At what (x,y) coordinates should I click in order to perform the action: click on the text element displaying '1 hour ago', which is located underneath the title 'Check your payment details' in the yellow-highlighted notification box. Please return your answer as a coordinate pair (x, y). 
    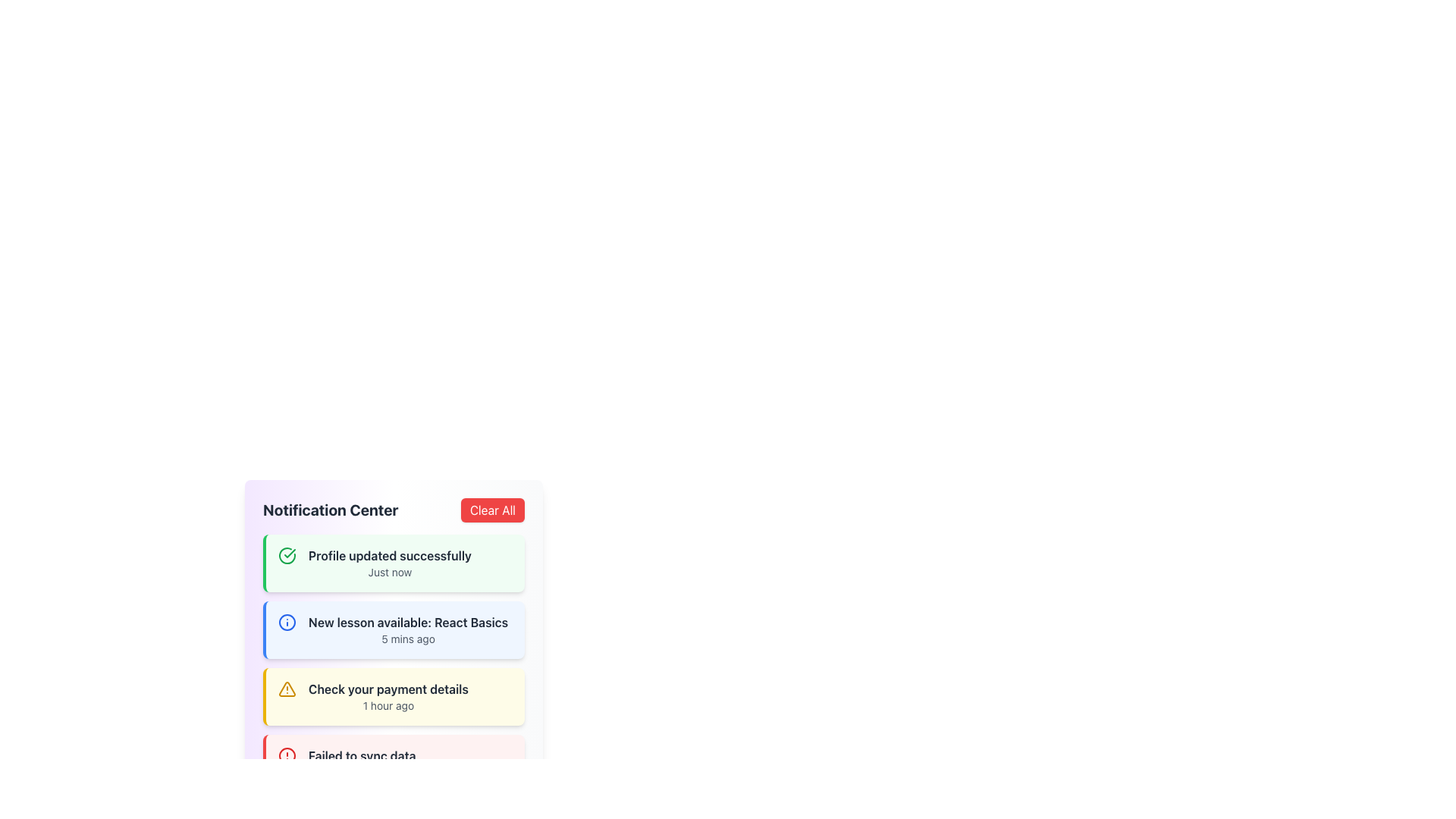
    Looking at the image, I should click on (388, 705).